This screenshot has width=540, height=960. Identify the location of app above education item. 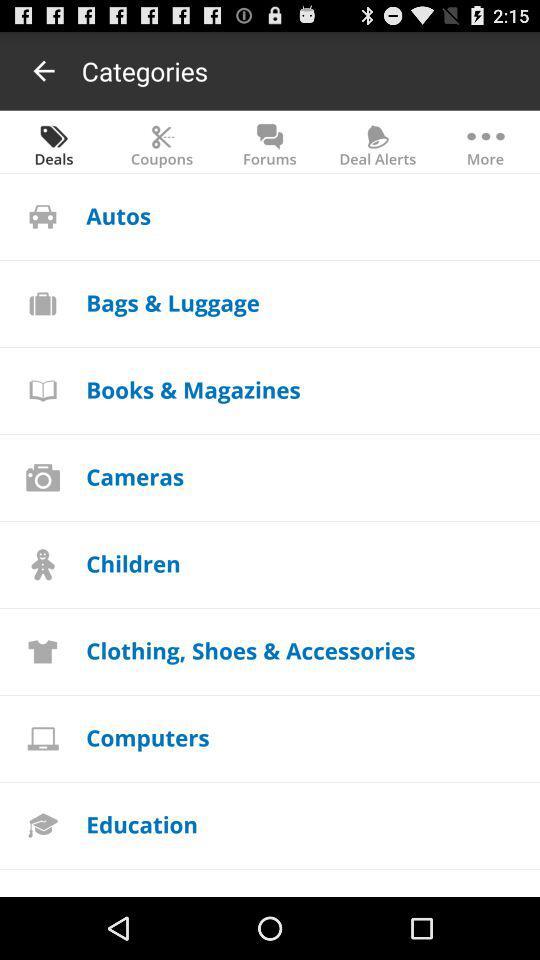
(146, 736).